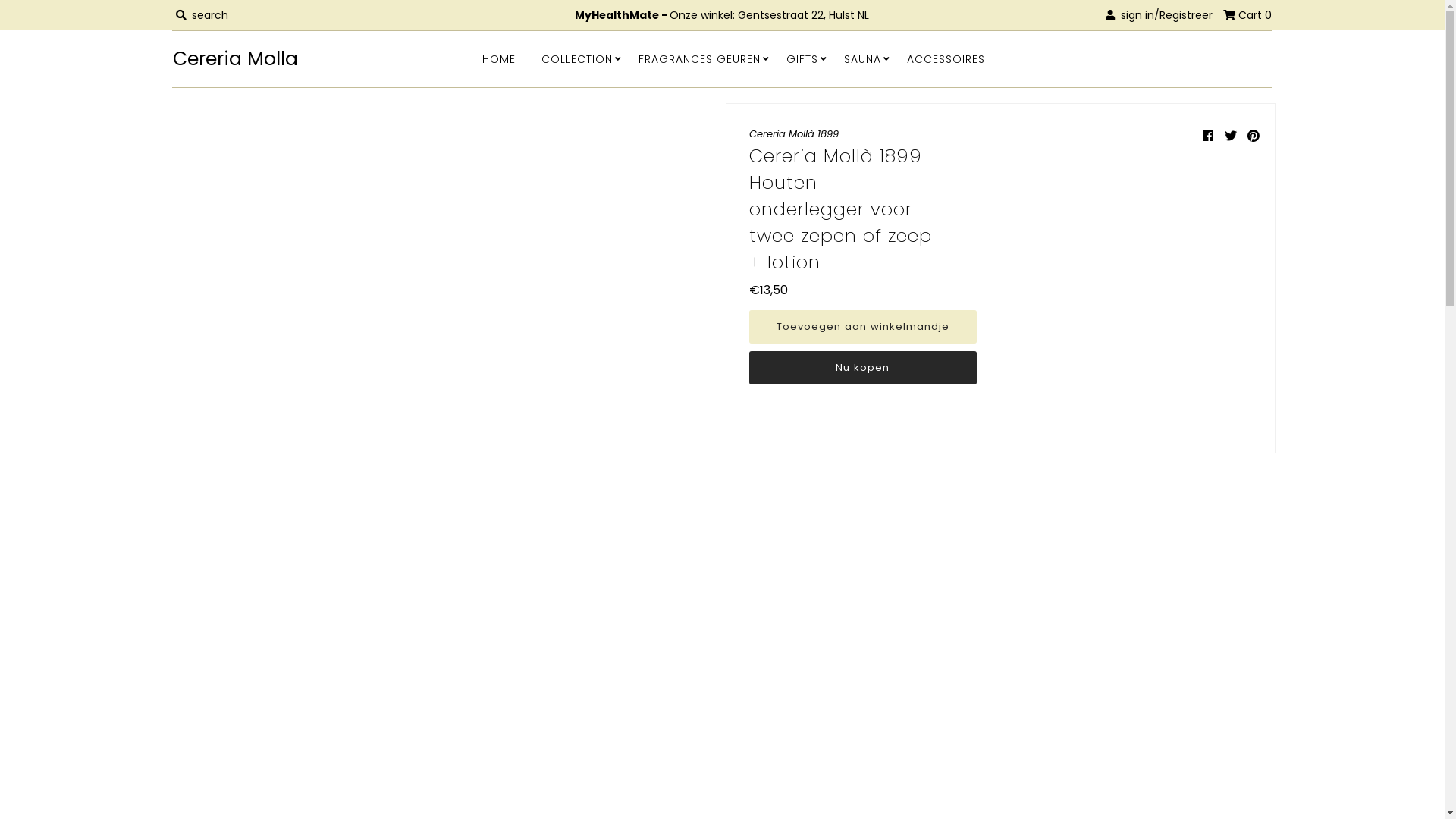 Image resolution: width=1456 pixels, height=819 pixels. I want to click on 'HOME', so click(469, 58).